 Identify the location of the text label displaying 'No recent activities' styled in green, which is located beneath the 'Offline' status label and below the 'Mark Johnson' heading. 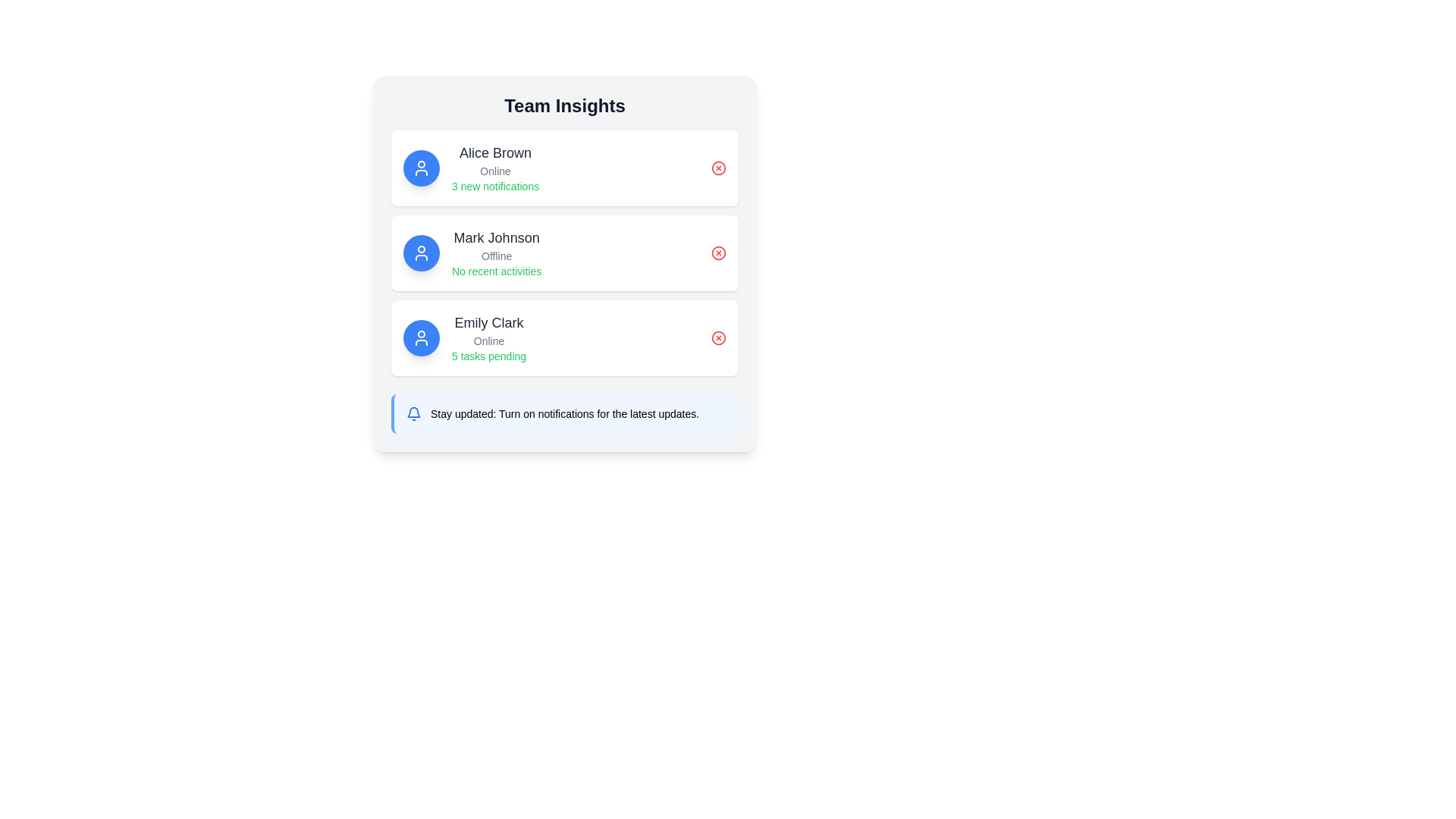
(497, 271).